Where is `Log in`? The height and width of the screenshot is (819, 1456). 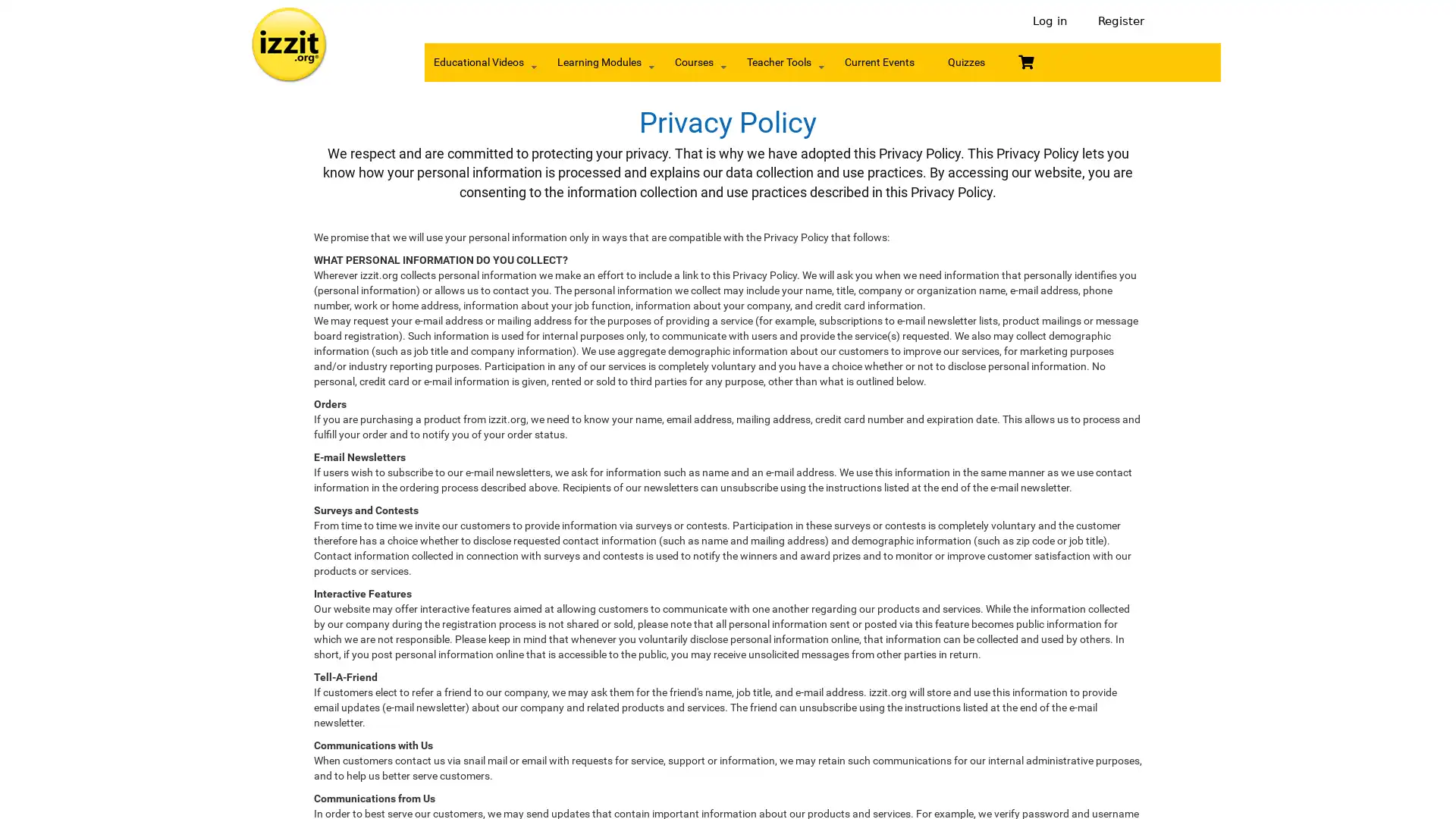 Log in is located at coordinates (1050, 21).